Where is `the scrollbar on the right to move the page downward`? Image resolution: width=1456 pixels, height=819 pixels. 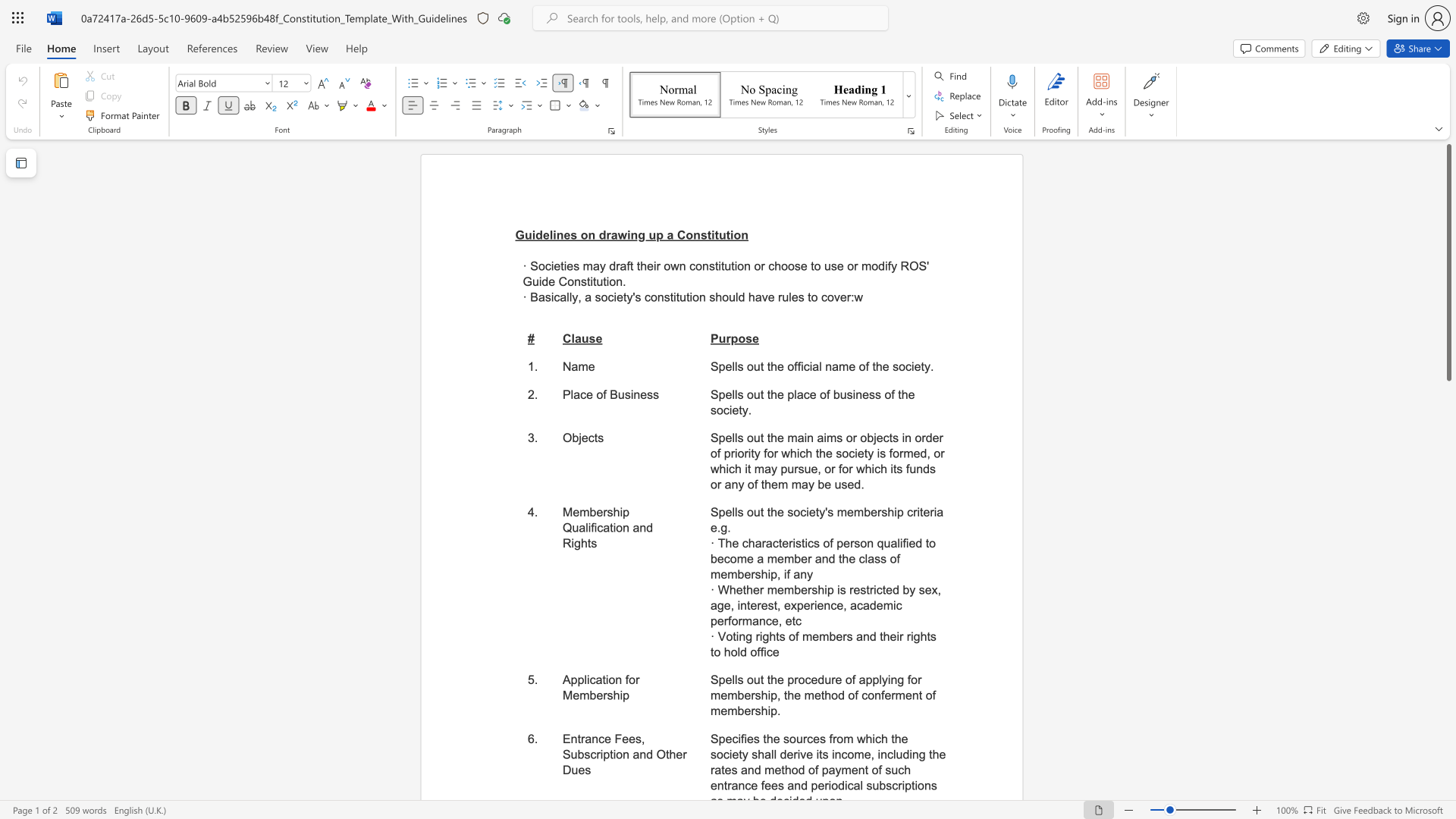 the scrollbar on the right to move the page downward is located at coordinates (1448, 734).